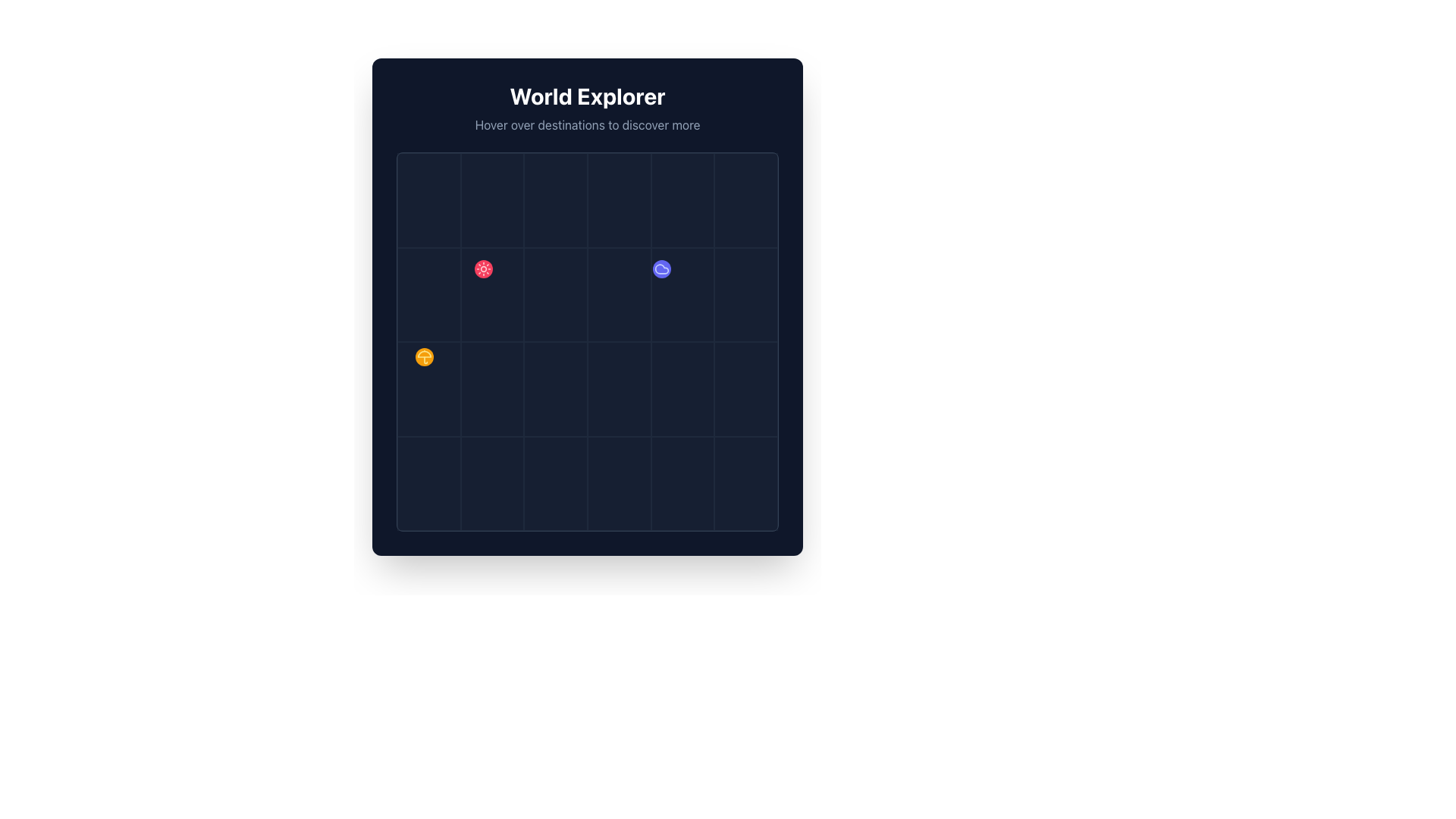  What do you see at coordinates (619, 483) in the screenshot?
I see `the grid cell located in the fourth column of the fourth row within the 'World Explorer' interface` at bounding box center [619, 483].